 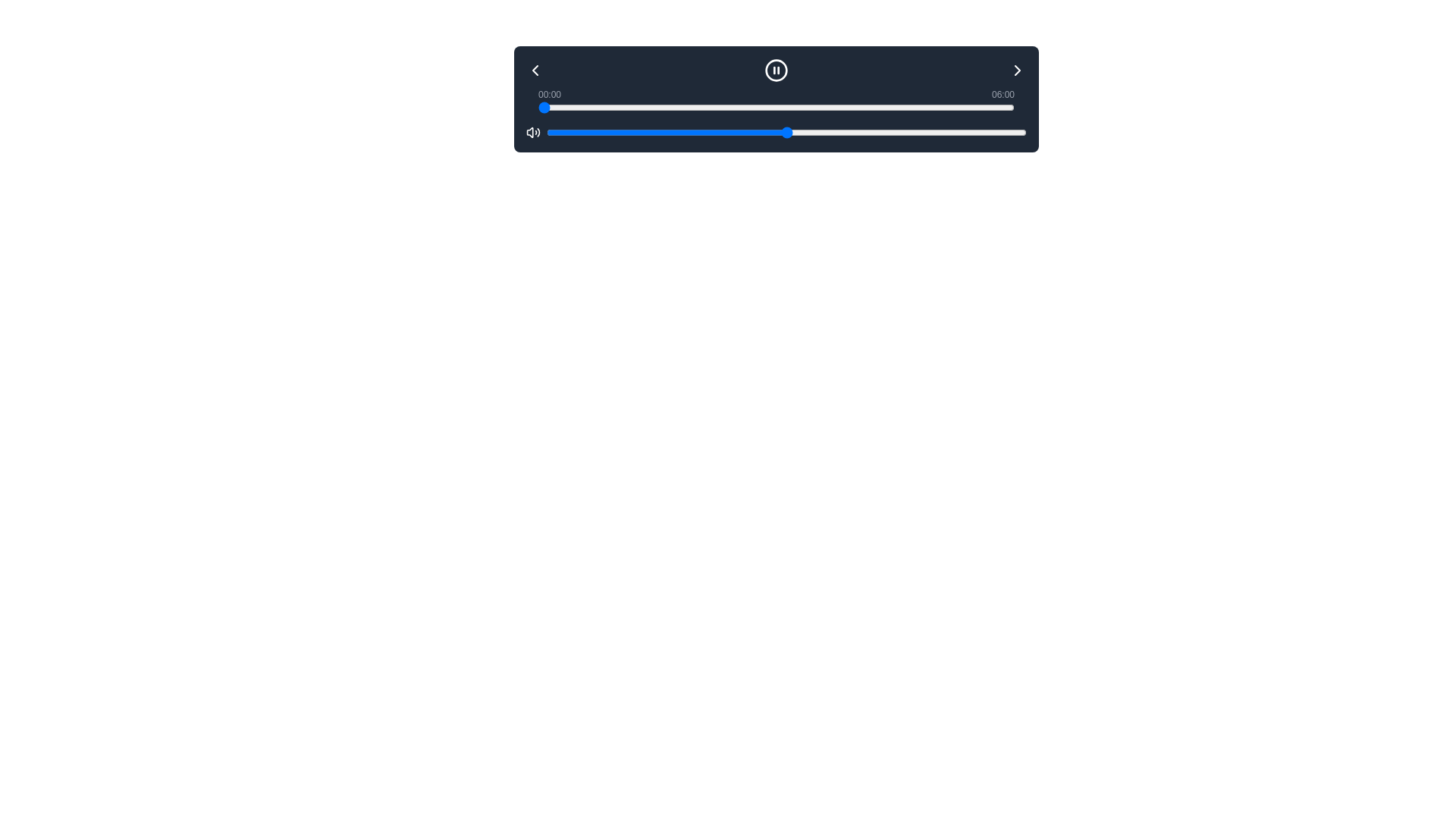 I want to click on the slider, so click(x=667, y=131).